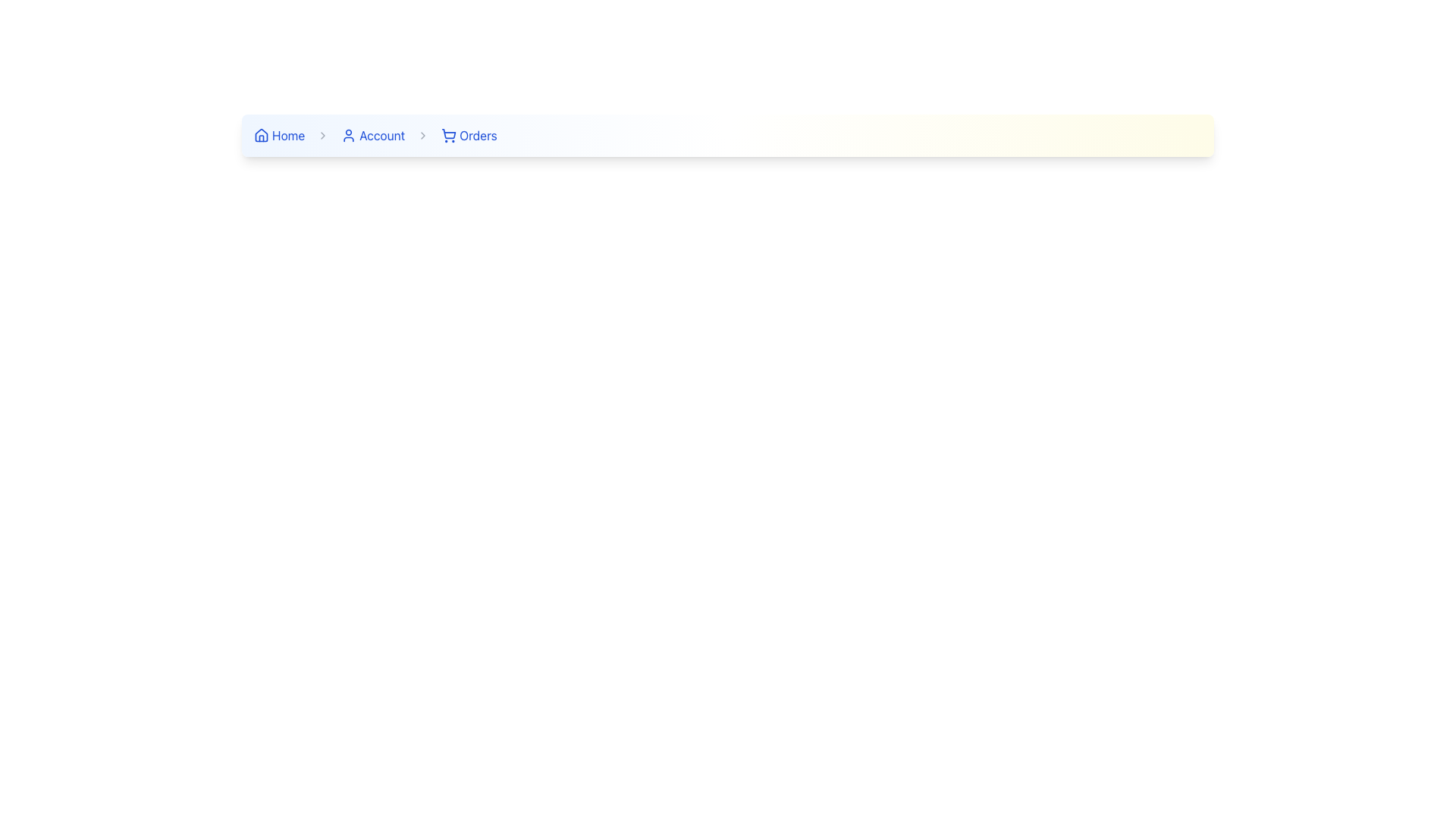  What do you see at coordinates (477, 134) in the screenshot?
I see `the breadcrumb navigation link labeled 'Orders'` at bounding box center [477, 134].